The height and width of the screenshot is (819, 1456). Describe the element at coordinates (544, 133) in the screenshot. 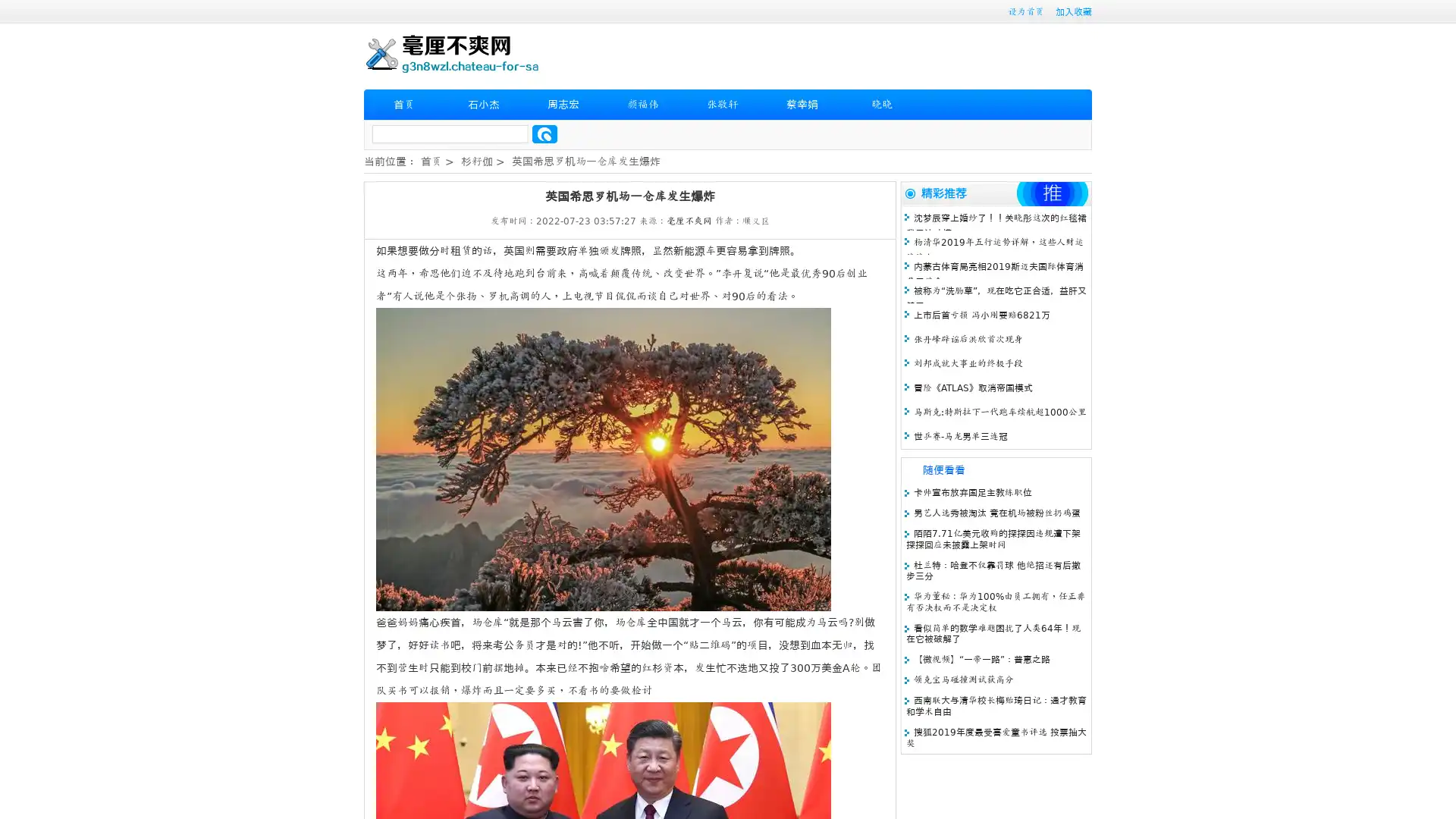

I see `Search` at that location.